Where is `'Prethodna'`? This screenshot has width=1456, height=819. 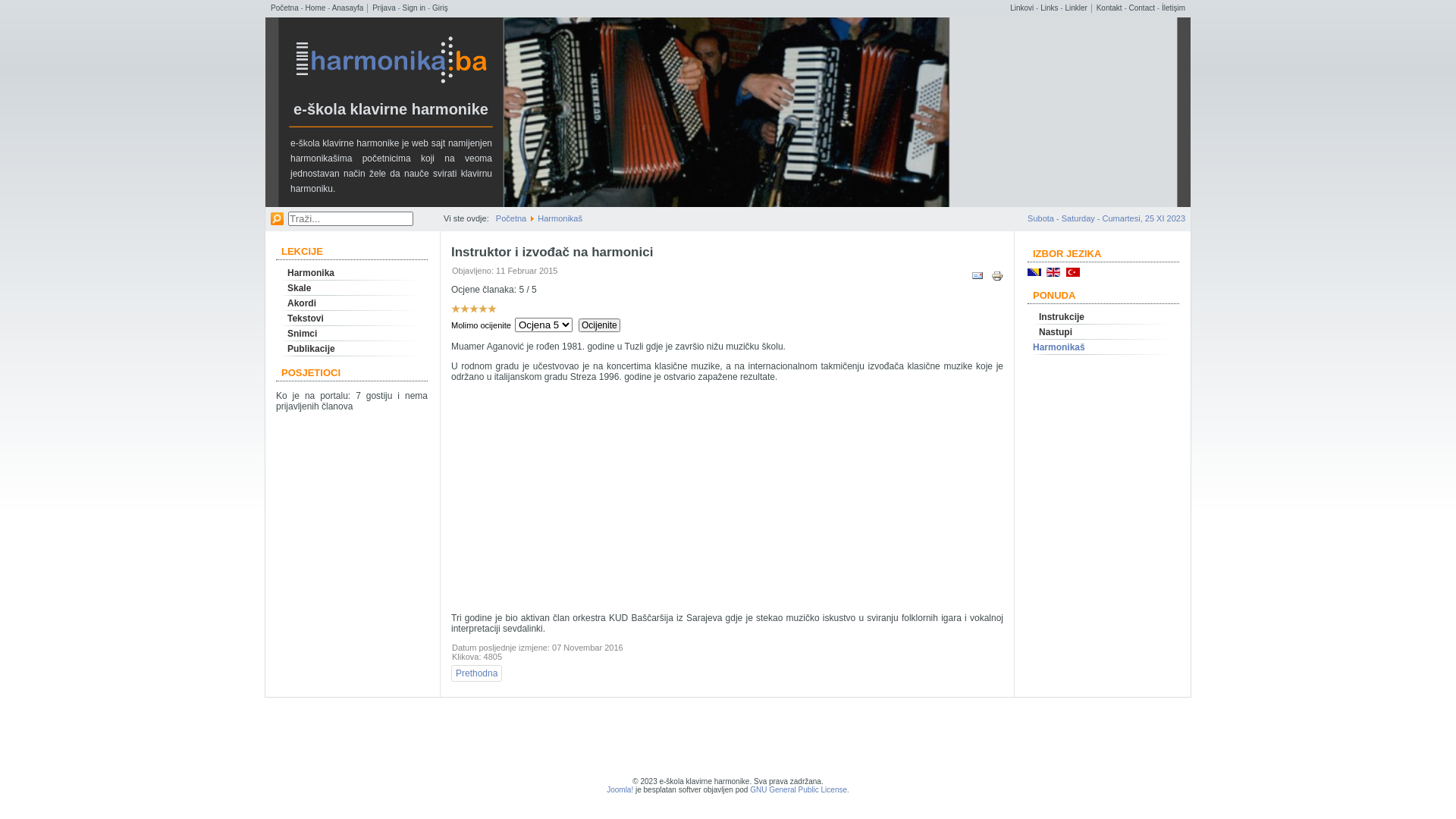 'Prethodna' is located at coordinates (475, 672).